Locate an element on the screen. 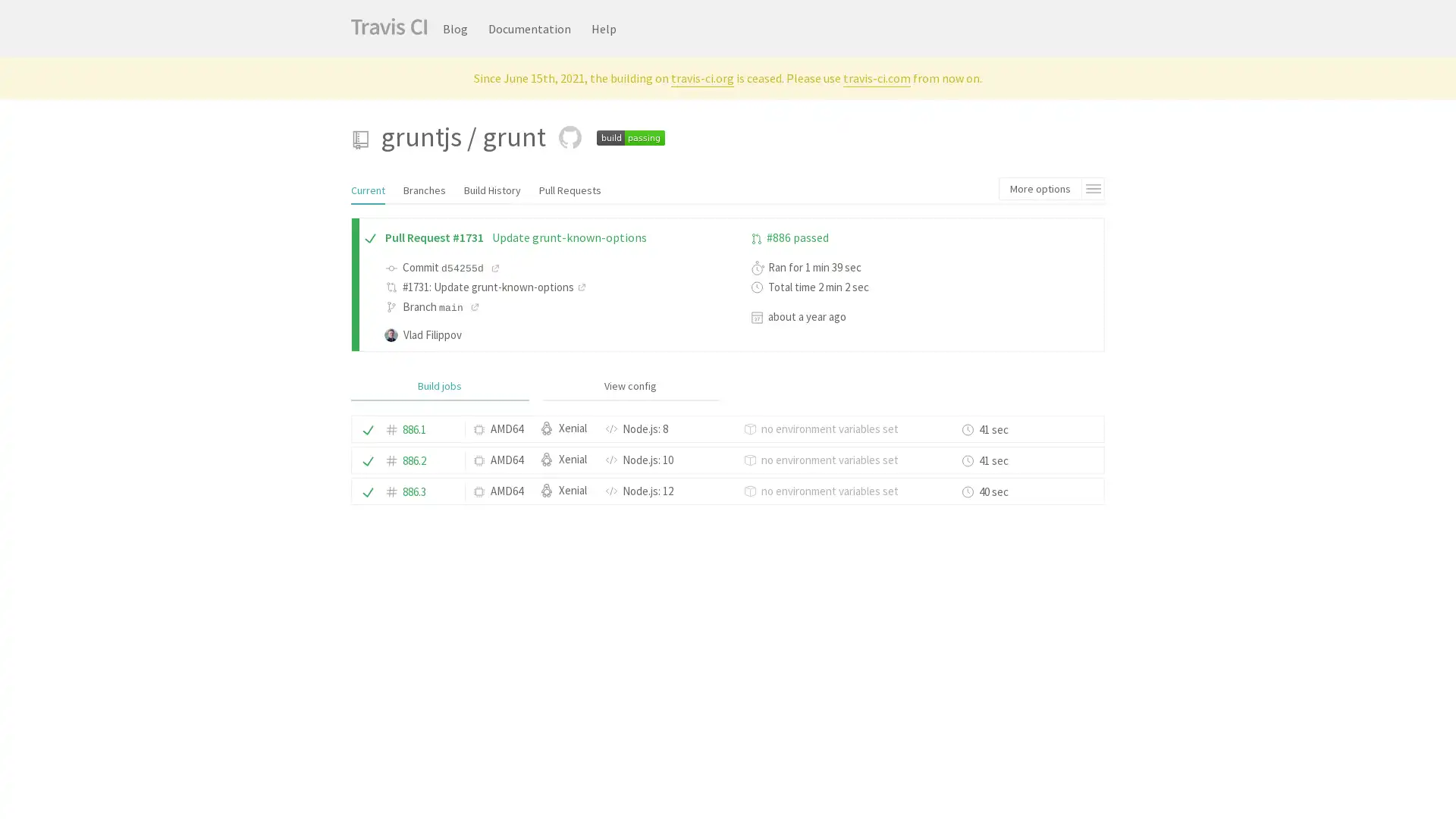 Image resolution: width=1456 pixels, height=819 pixels. More options is located at coordinates (1051, 187).